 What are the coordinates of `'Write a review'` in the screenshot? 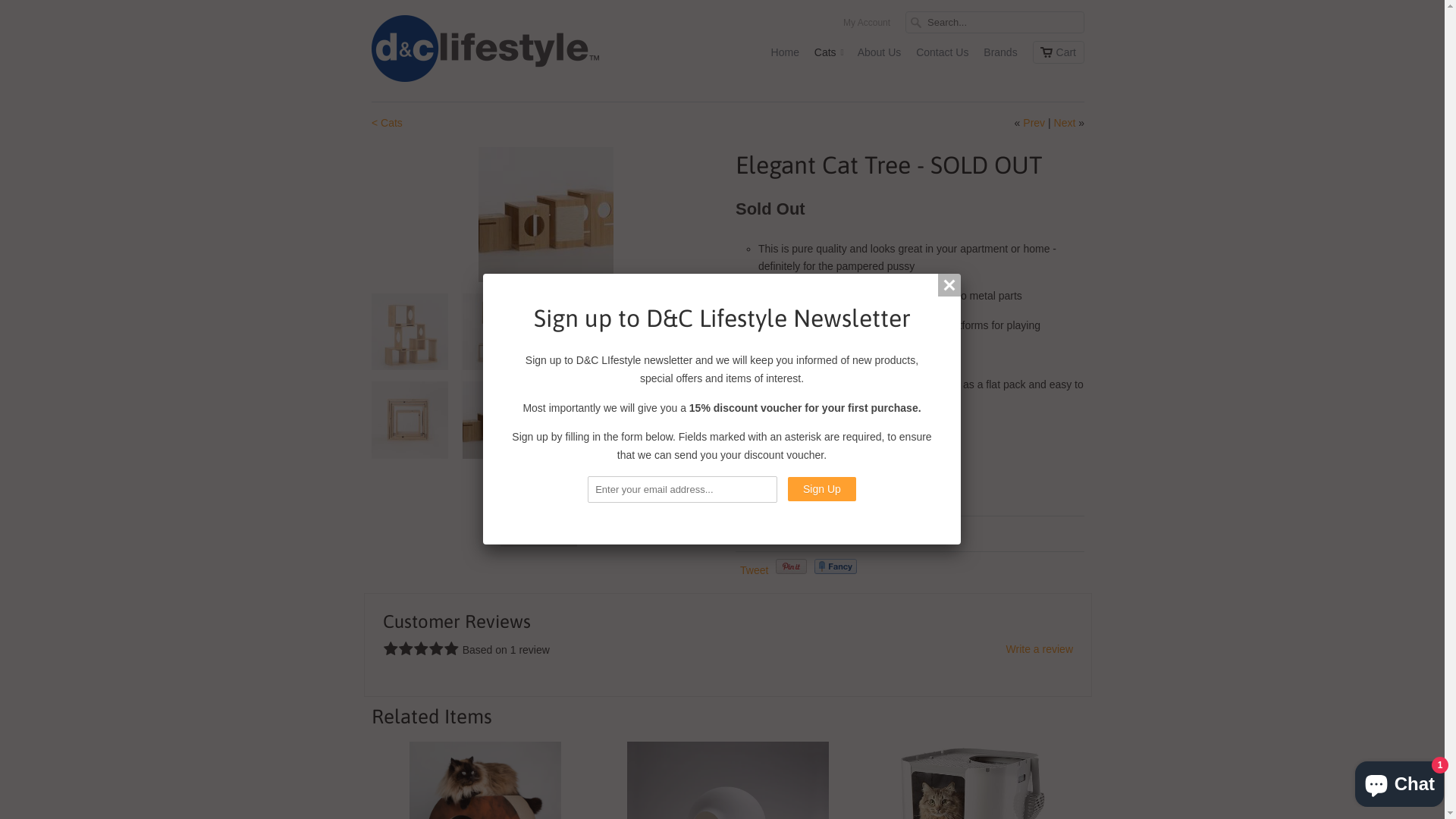 It's located at (1039, 648).